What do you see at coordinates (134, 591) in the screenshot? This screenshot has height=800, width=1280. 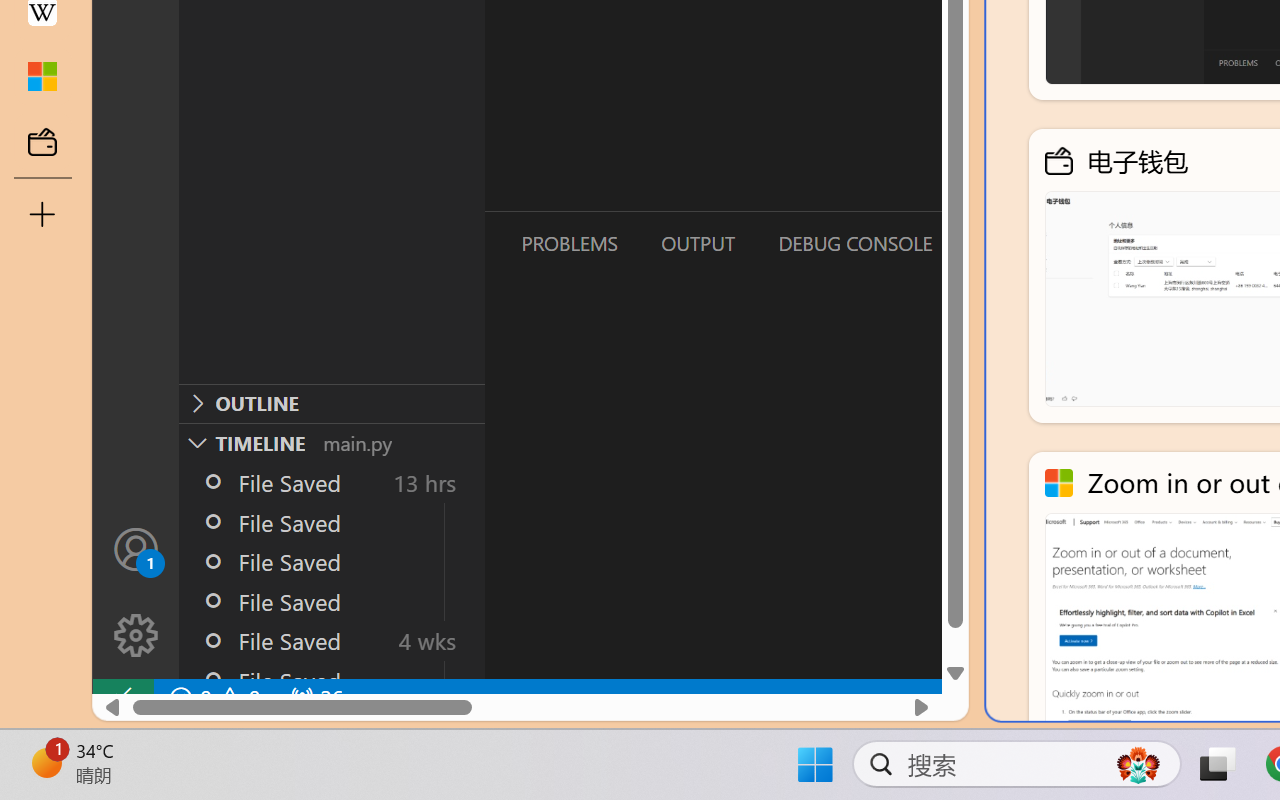 I see `'Manage'` at bounding box center [134, 591].